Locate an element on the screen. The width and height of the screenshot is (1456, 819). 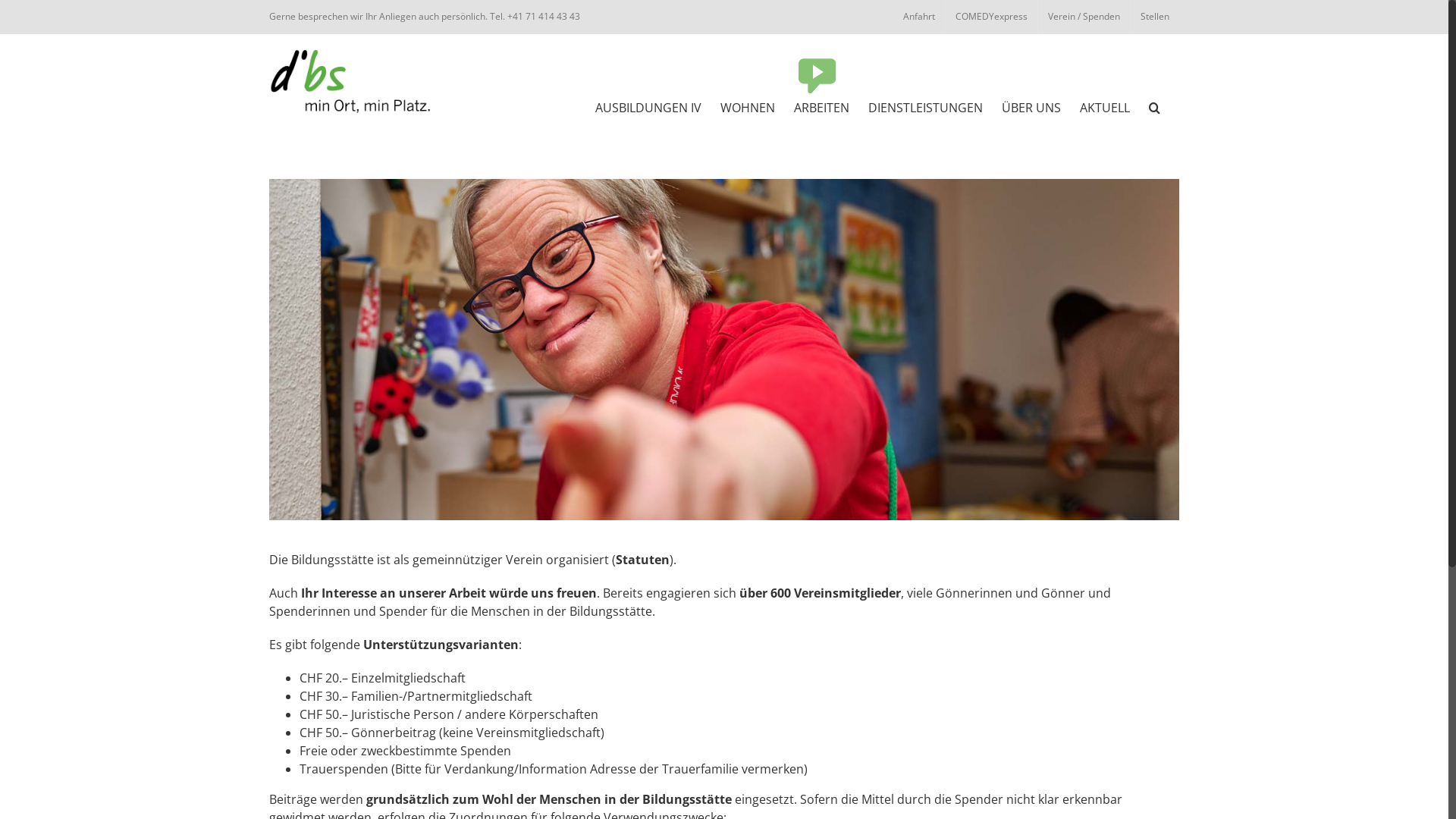
'Suche' is located at coordinates (1149, 105).